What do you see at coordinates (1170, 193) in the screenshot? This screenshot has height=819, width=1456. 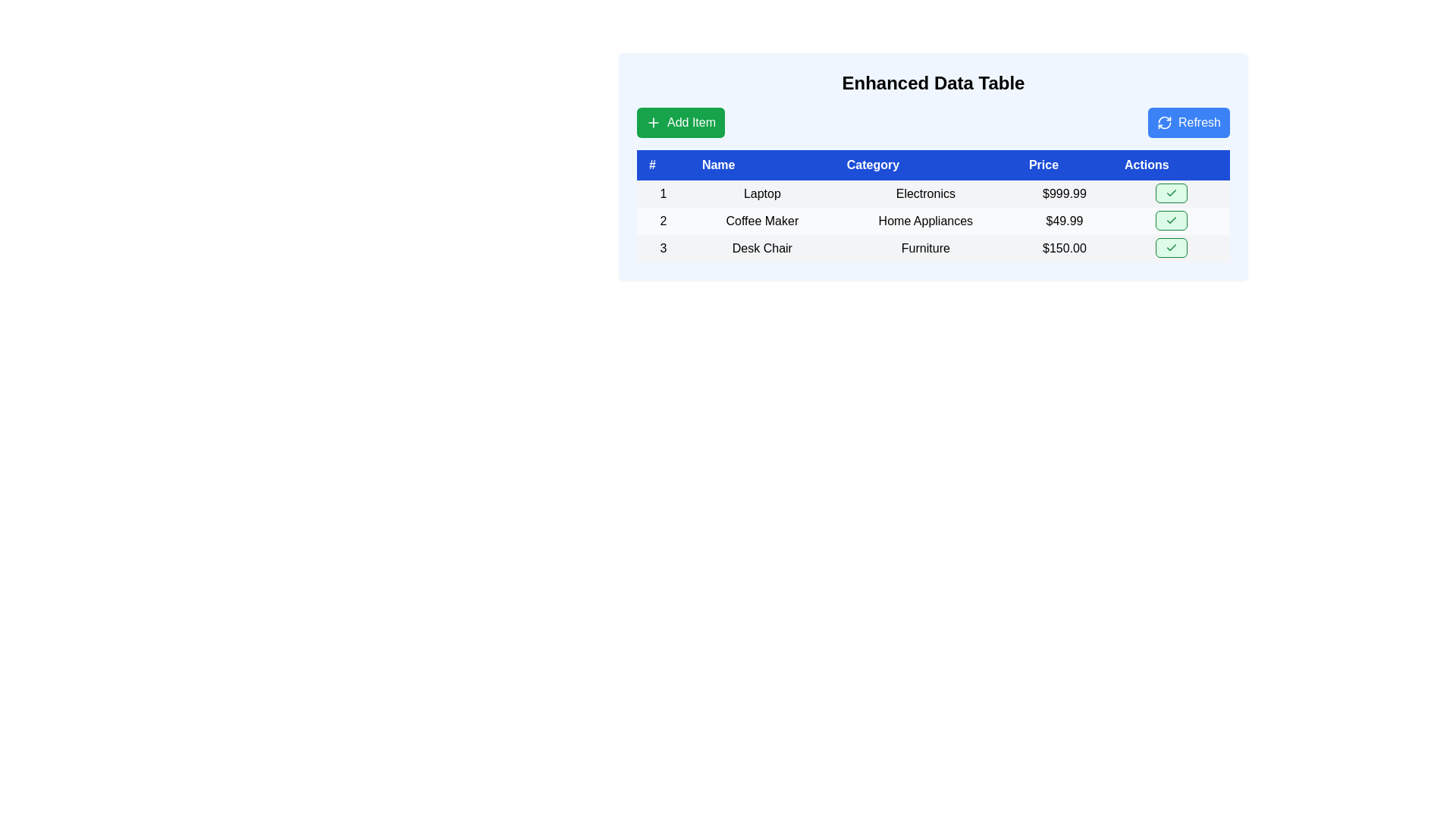 I see `the green button with a checkmark icon located in the 'Actions' column of the first row of the table, aligned with 'Laptop' and '$999.99'` at bounding box center [1170, 193].